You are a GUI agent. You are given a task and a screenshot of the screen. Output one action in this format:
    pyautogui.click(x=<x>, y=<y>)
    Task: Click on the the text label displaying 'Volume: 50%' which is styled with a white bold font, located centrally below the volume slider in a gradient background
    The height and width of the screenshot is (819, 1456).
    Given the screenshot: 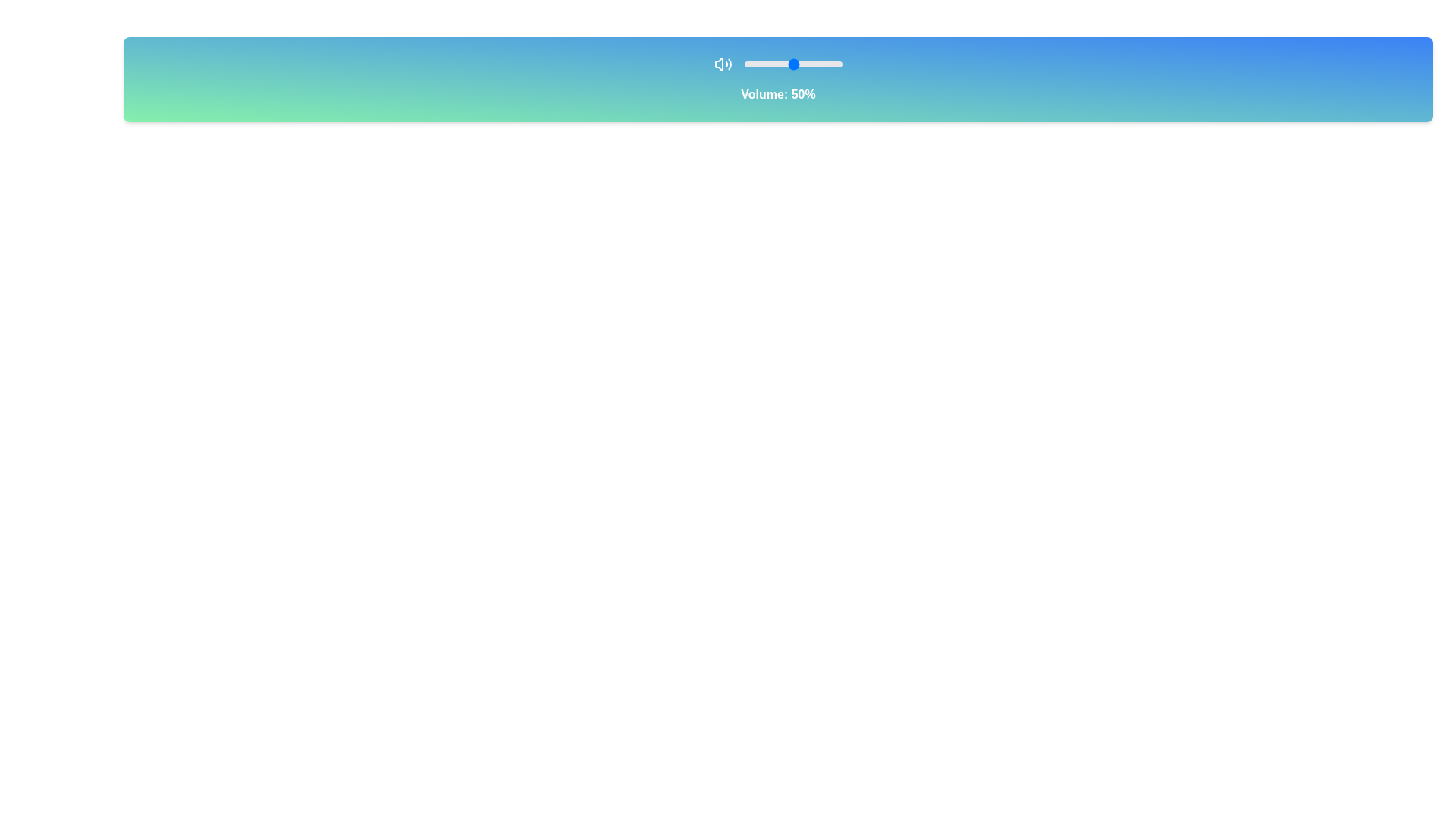 What is the action you would take?
    pyautogui.click(x=778, y=94)
    